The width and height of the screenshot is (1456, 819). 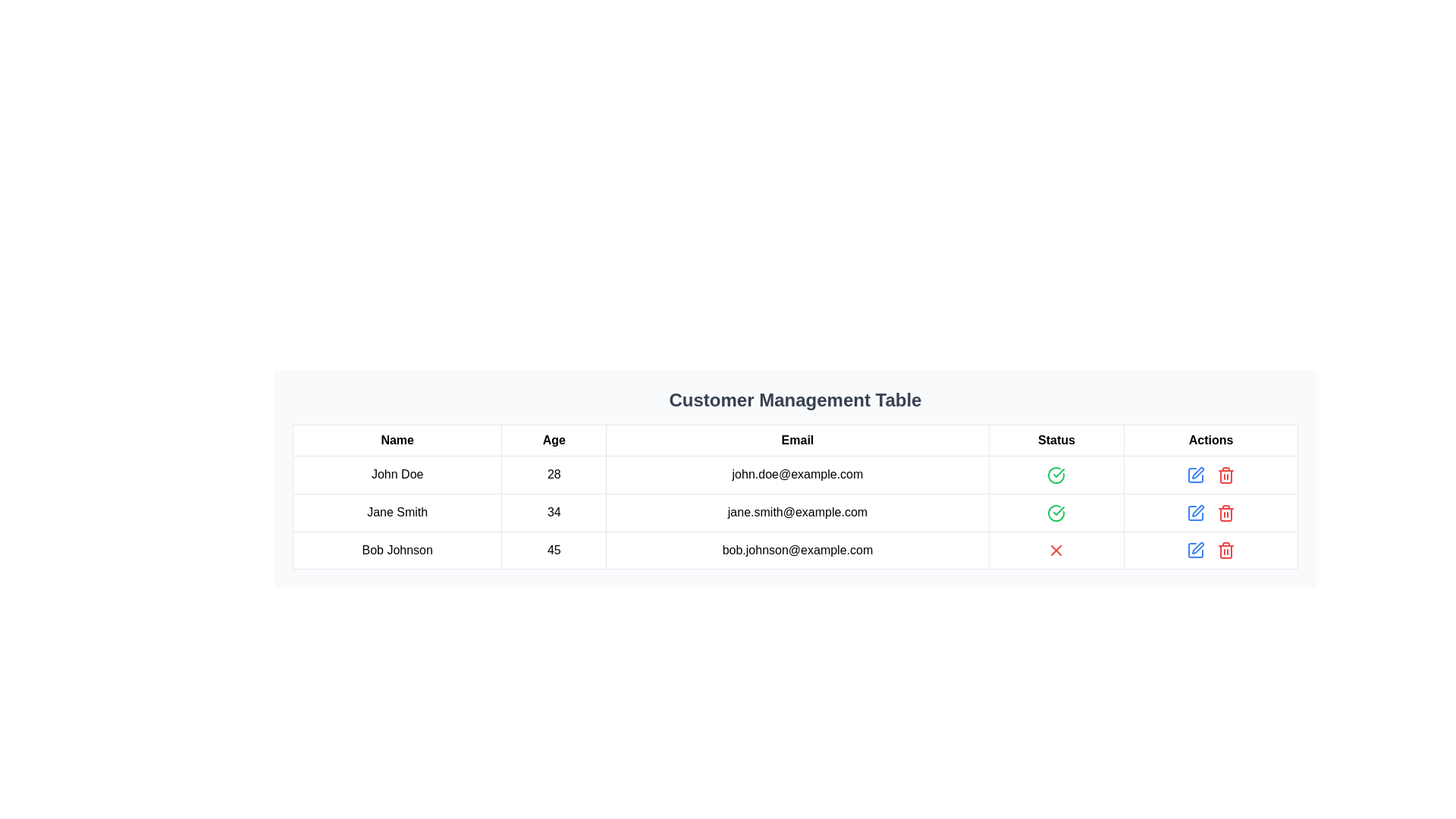 I want to click on the 'Name' column header in the table, which is the first column on the far left among the headers 'Age', 'Email', 'Status', and 'Actions', so click(x=397, y=441).